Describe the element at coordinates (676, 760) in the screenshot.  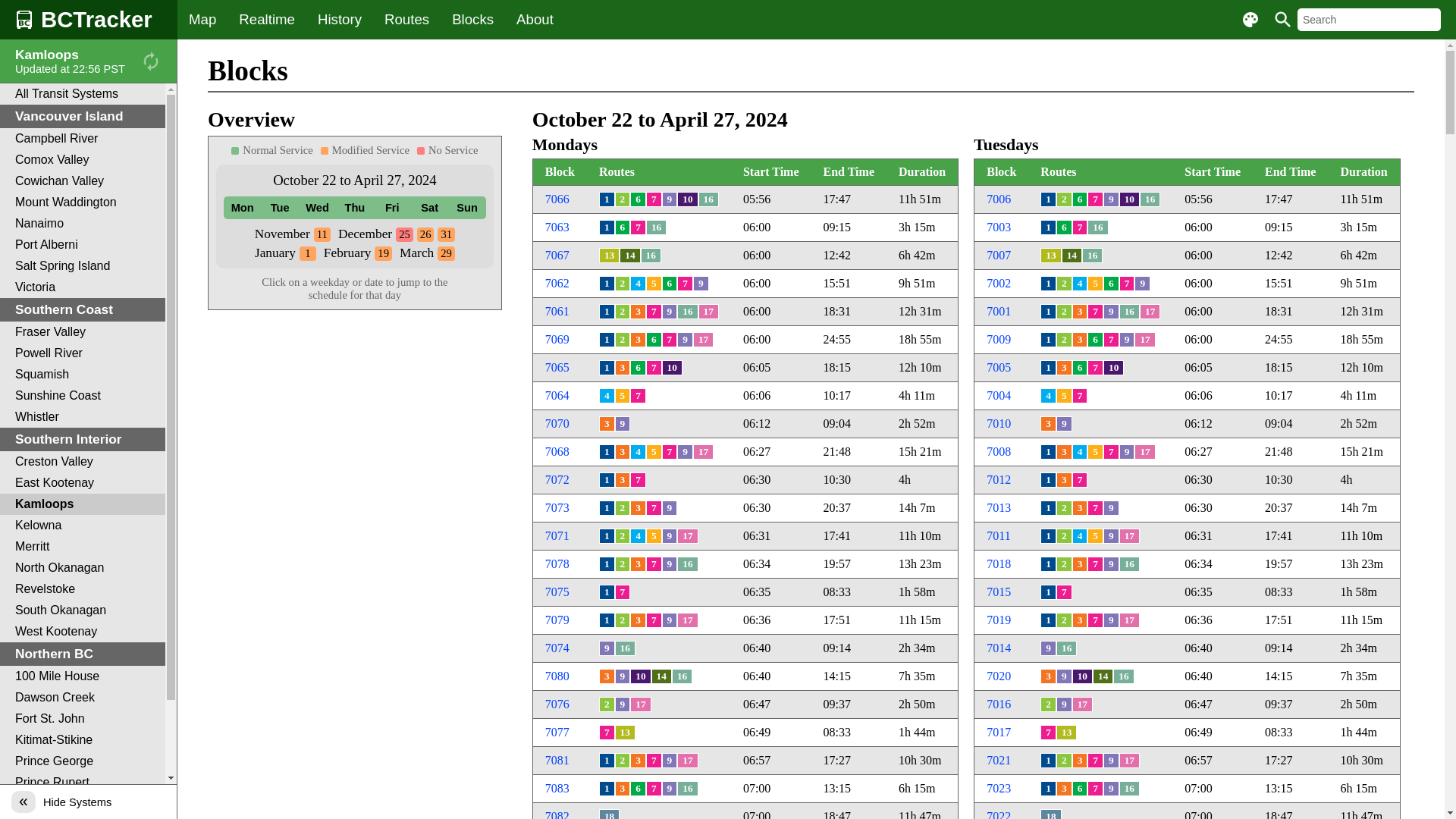
I see `'17'` at that location.